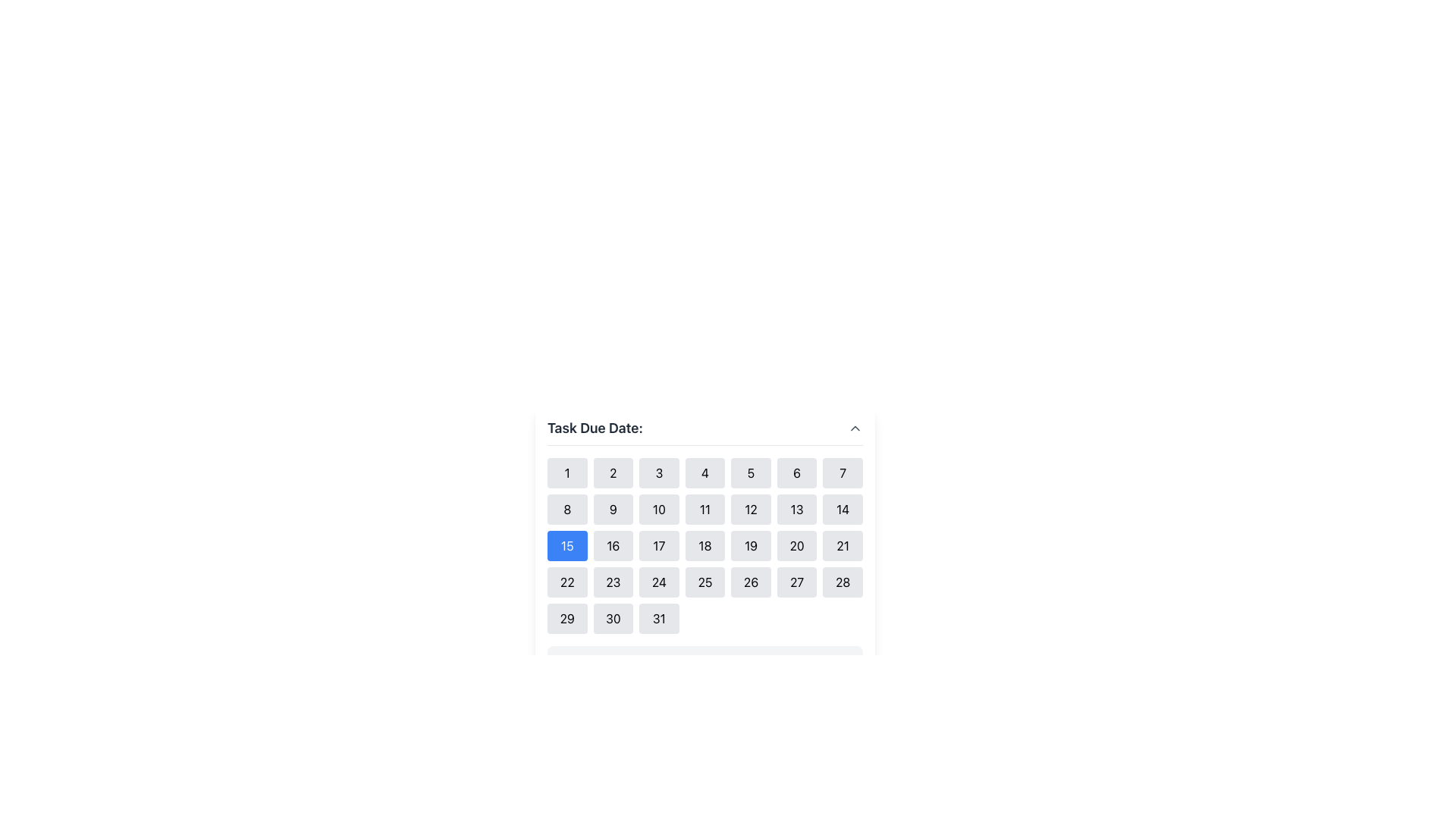  Describe the element at coordinates (704, 546) in the screenshot. I see `the calendar day button displaying the numeral '18'` at that location.